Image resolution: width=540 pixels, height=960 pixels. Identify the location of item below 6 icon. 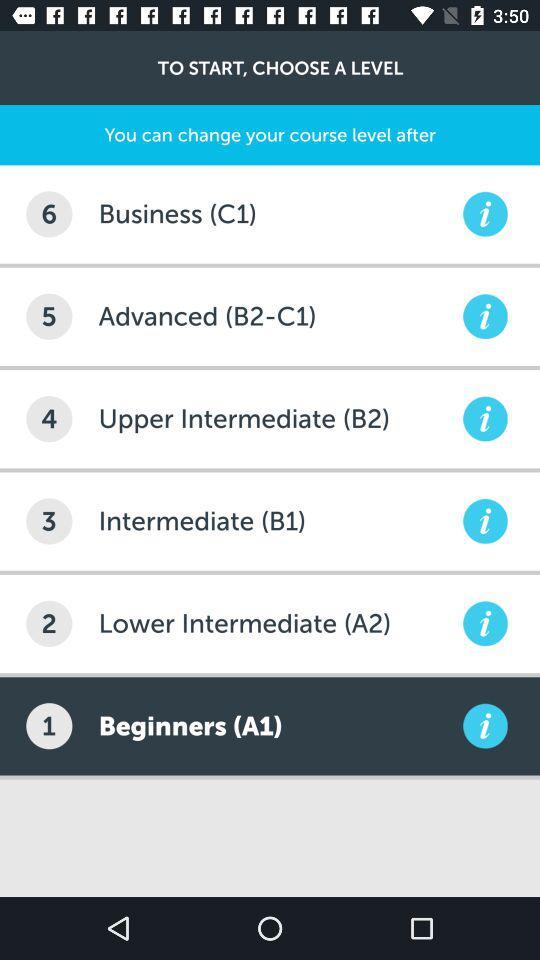
(49, 316).